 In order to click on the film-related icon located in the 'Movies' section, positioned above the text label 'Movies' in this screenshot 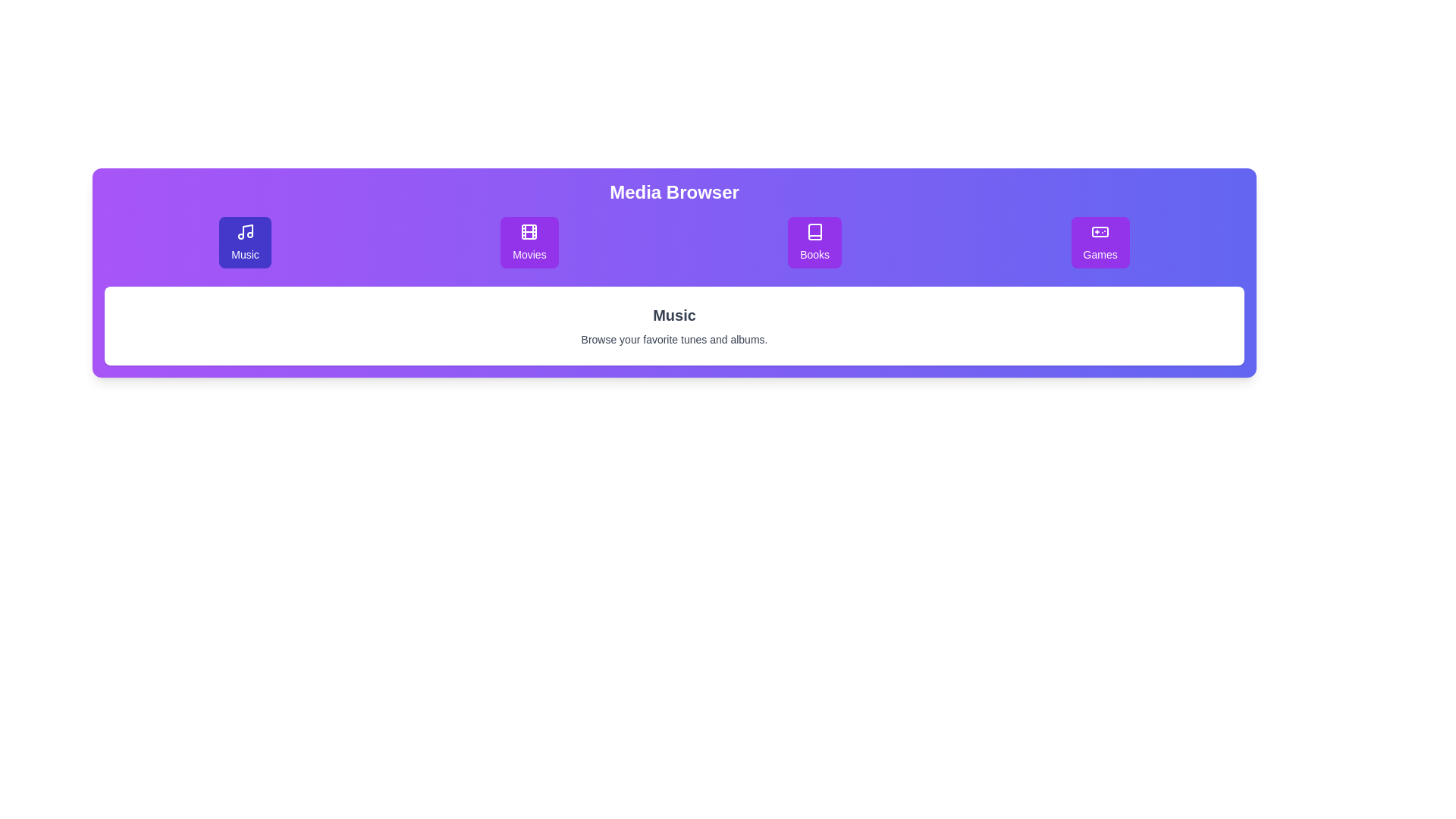, I will do `click(529, 231)`.